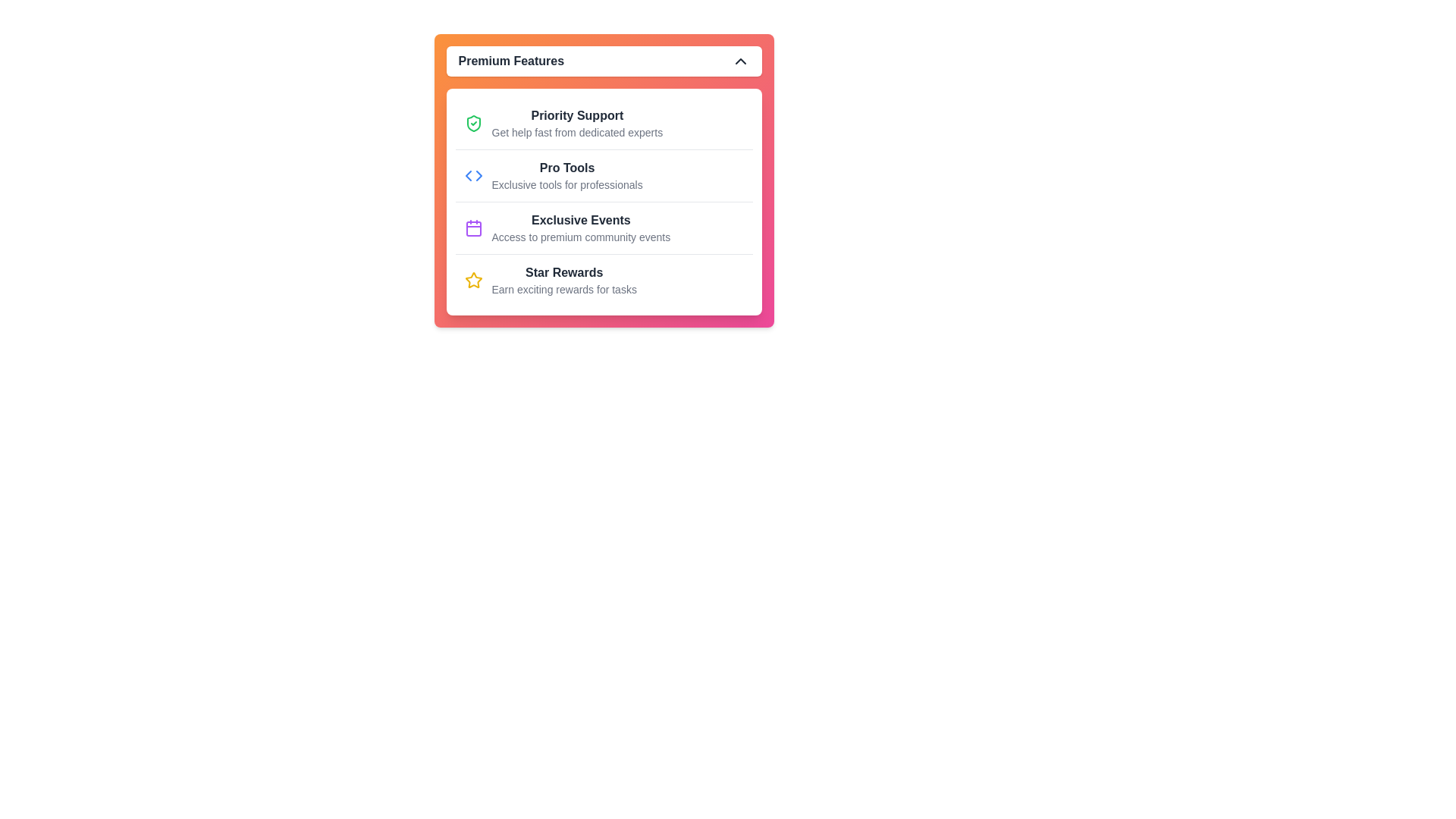  What do you see at coordinates (603, 227) in the screenshot?
I see `the third item in the 'Premium Features' list that provides details about exclusive events accessible to the user` at bounding box center [603, 227].